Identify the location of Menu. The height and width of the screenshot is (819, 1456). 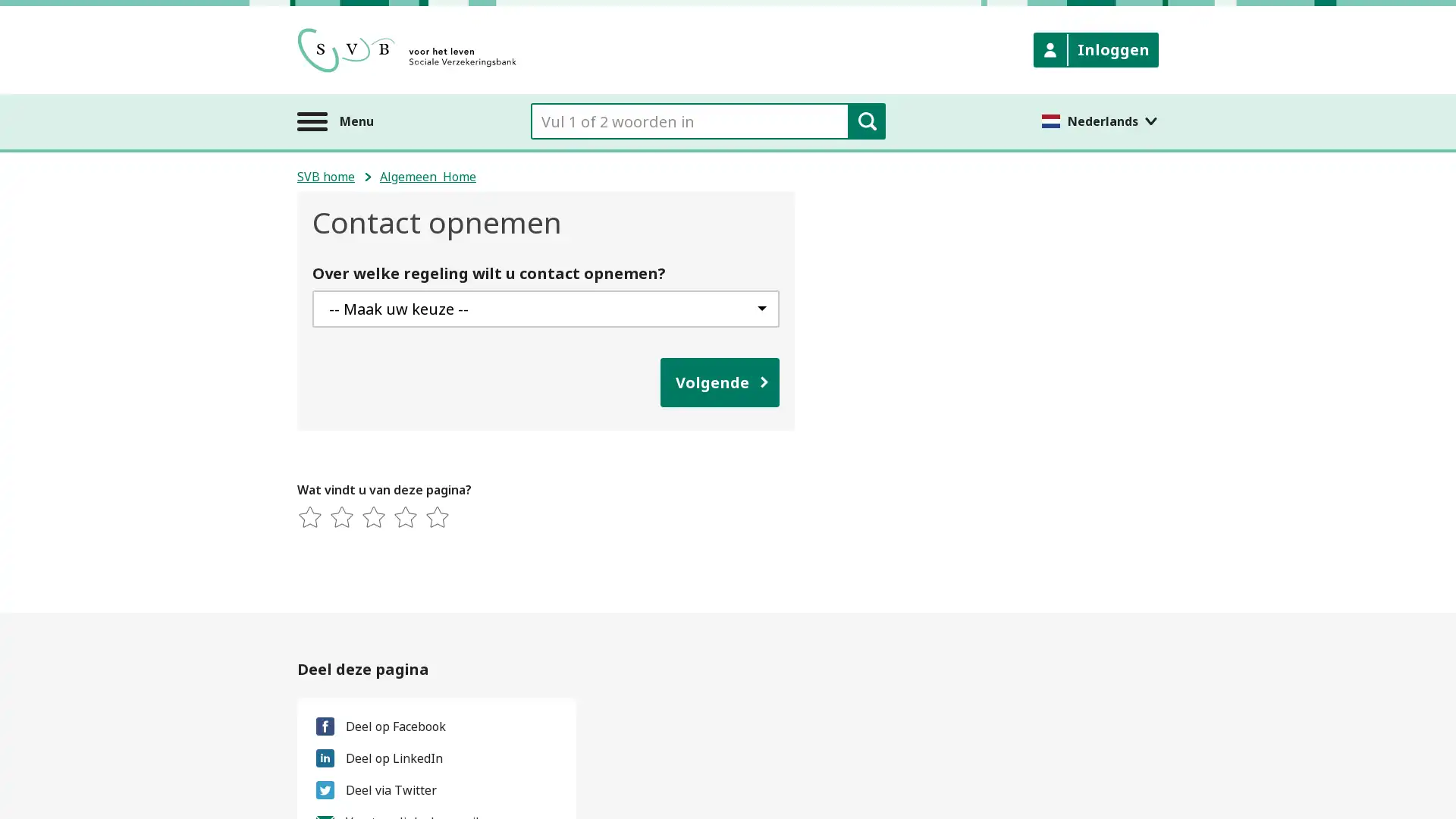
(334, 120).